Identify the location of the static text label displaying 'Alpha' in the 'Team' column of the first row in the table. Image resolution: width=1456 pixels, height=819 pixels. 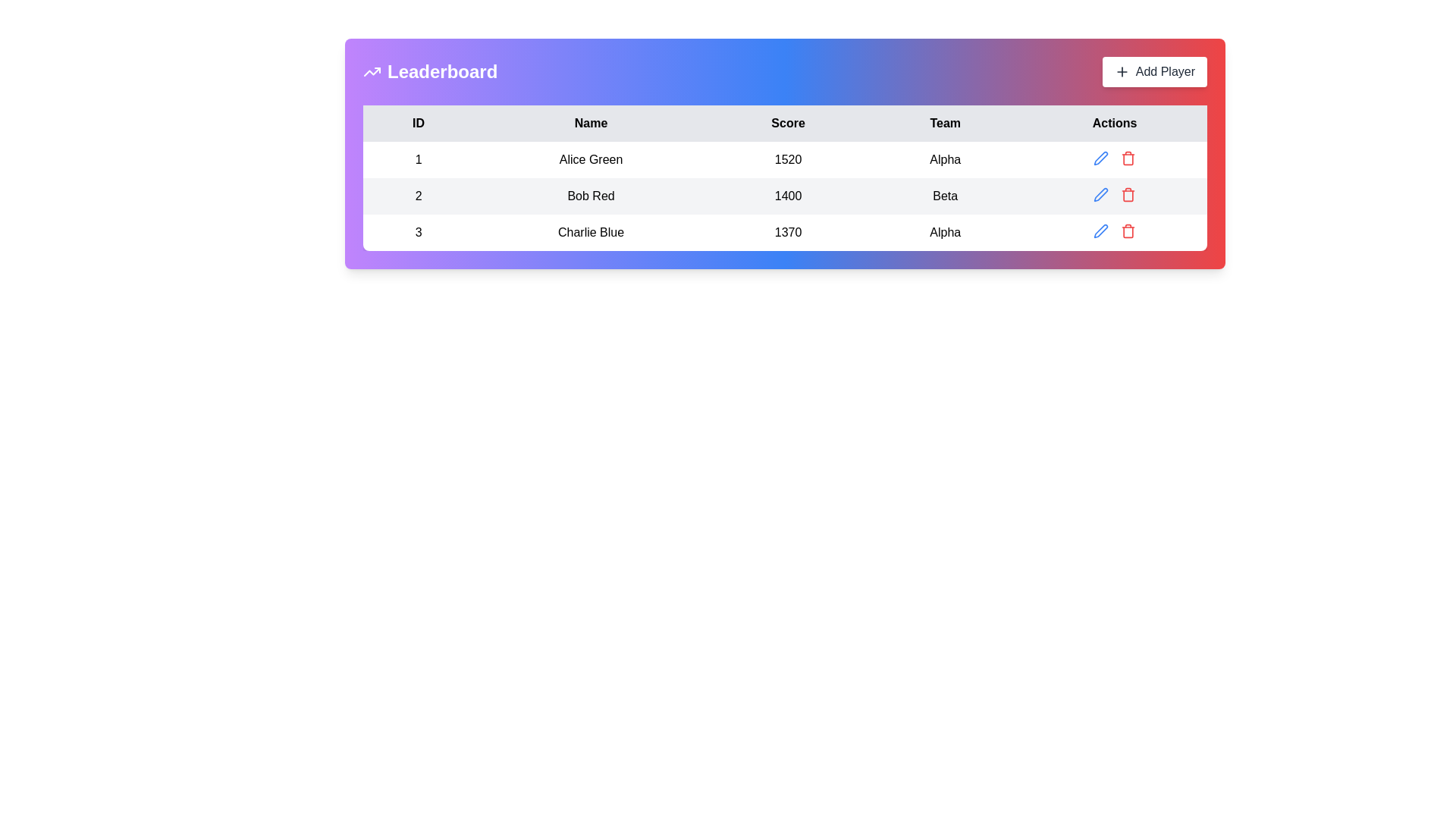
(944, 160).